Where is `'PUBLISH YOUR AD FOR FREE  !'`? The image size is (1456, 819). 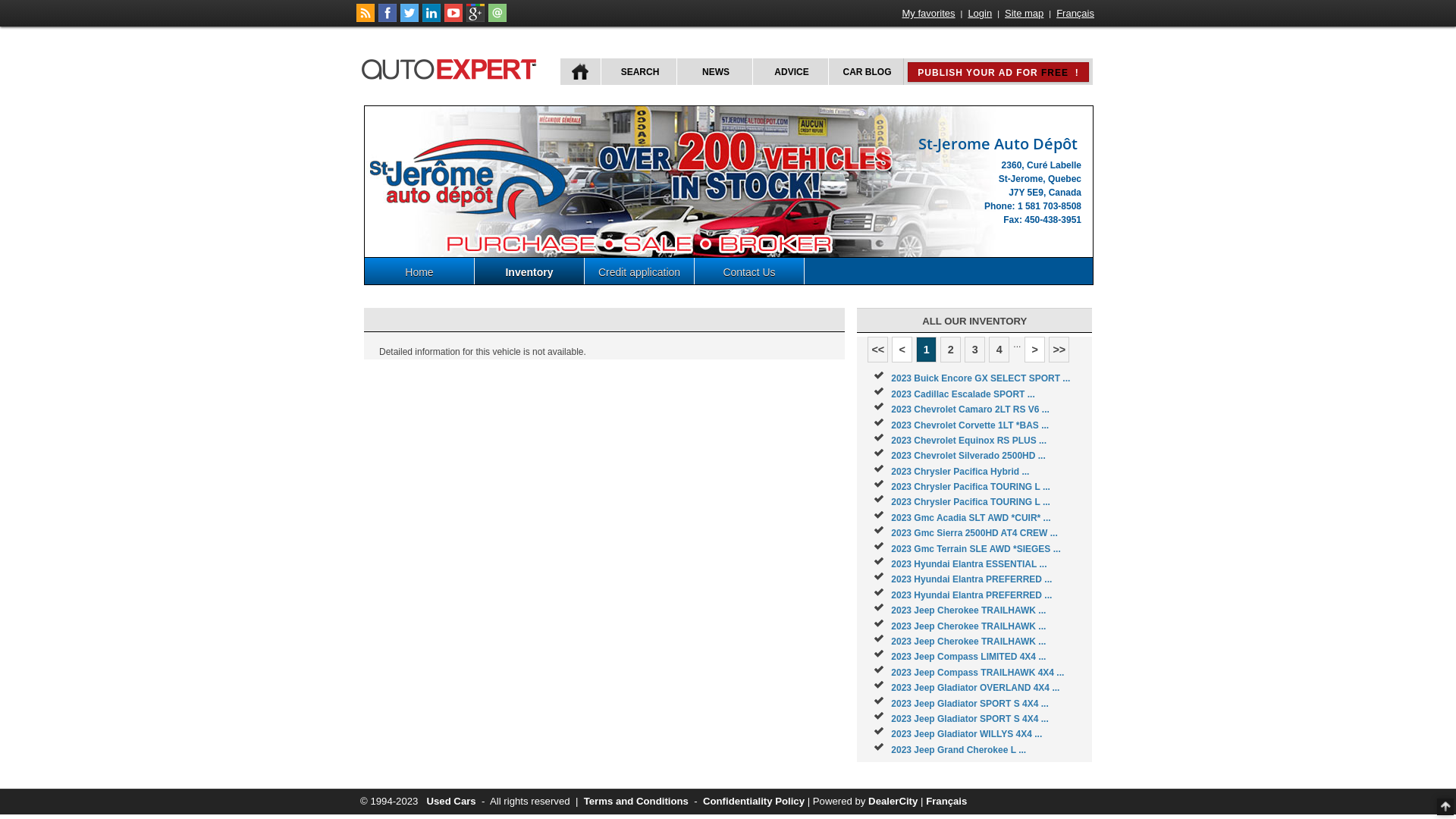 'PUBLISH YOUR AD FOR FREE  !' is located at coordinates (997, 72).